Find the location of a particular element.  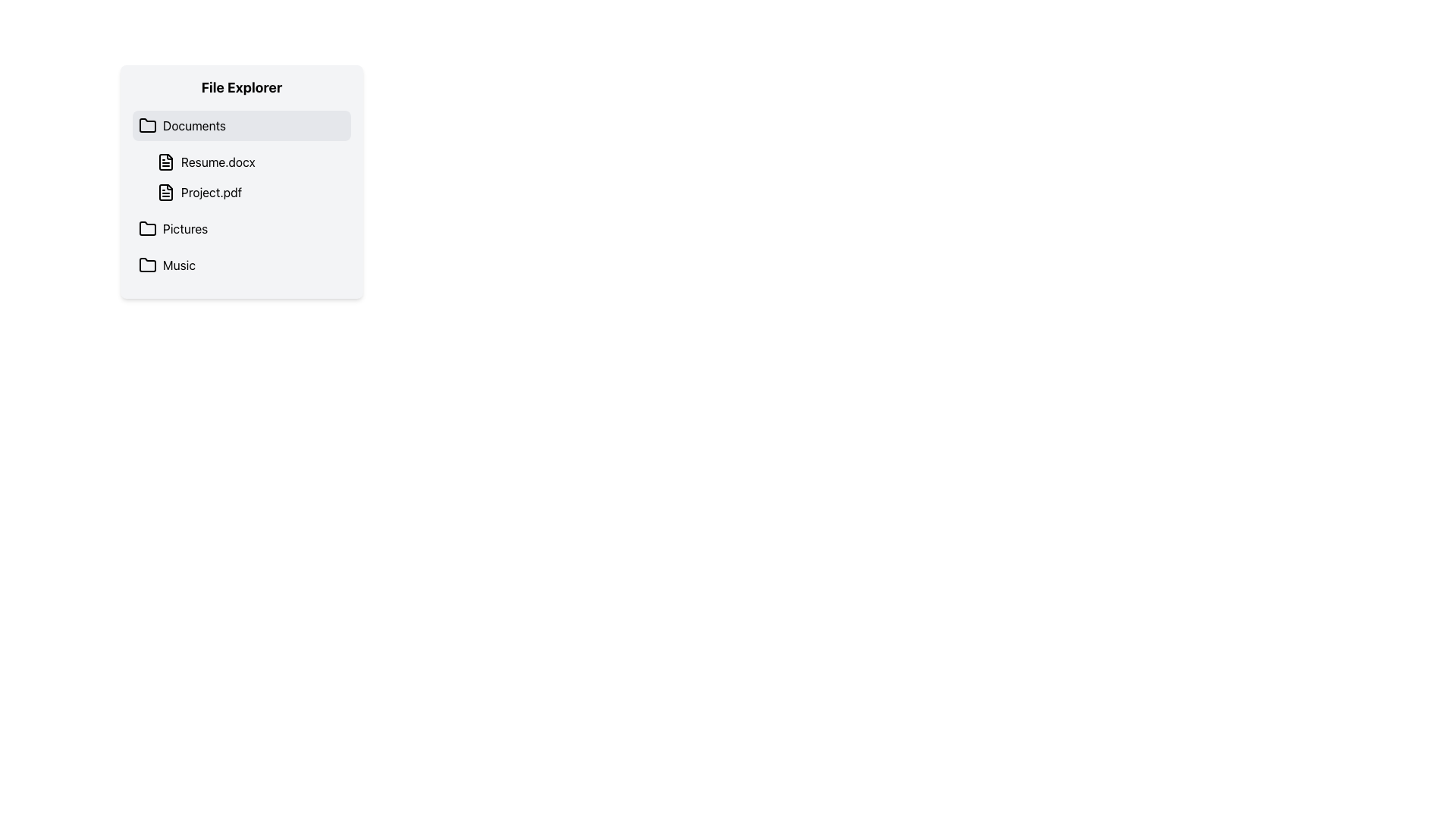

to select the file entry for 'Project.pdf', which is the second item in the file list under the 'Documents' folder is located at coordinates (251, 192).